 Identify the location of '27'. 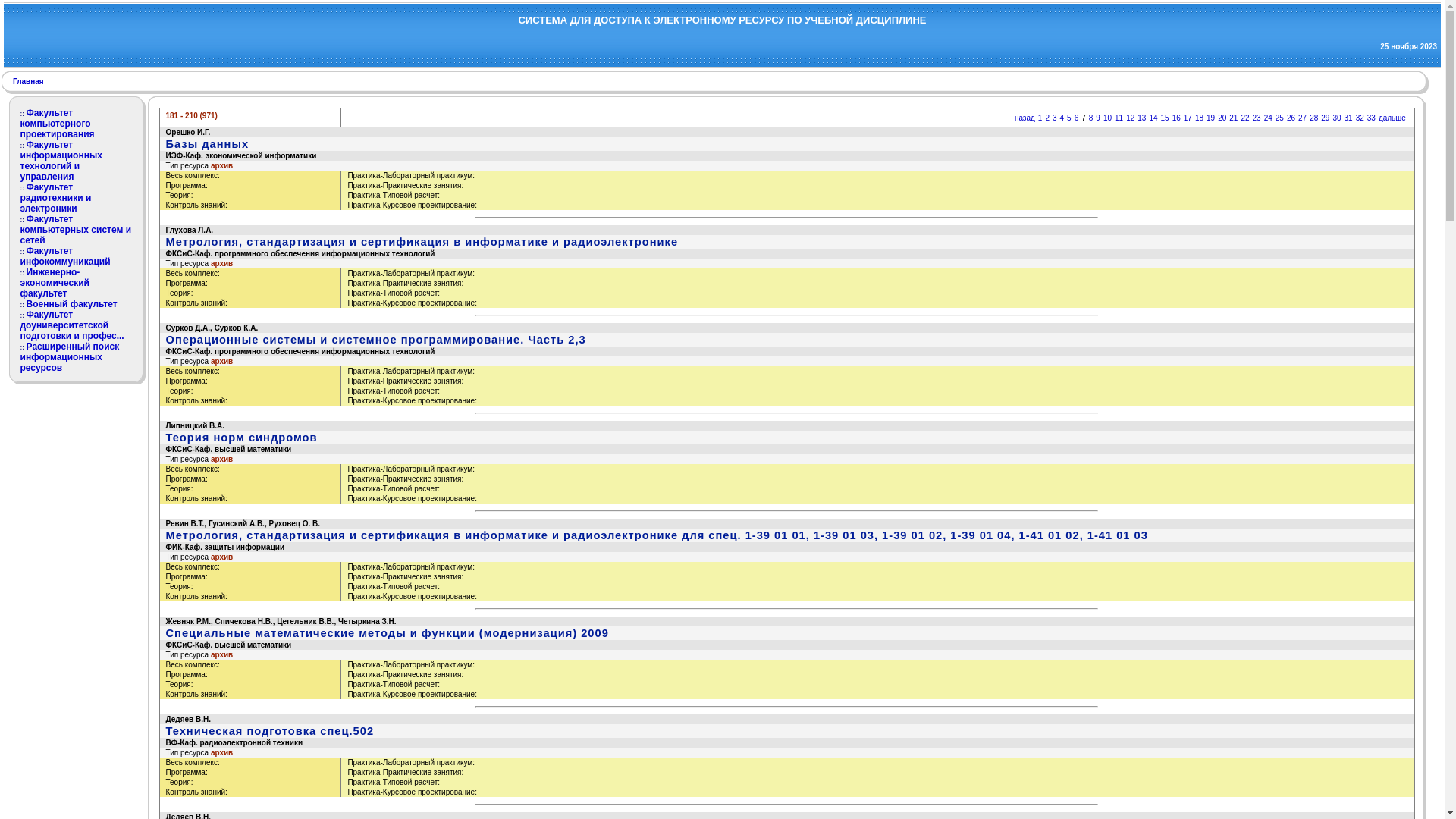
(1301, 117).